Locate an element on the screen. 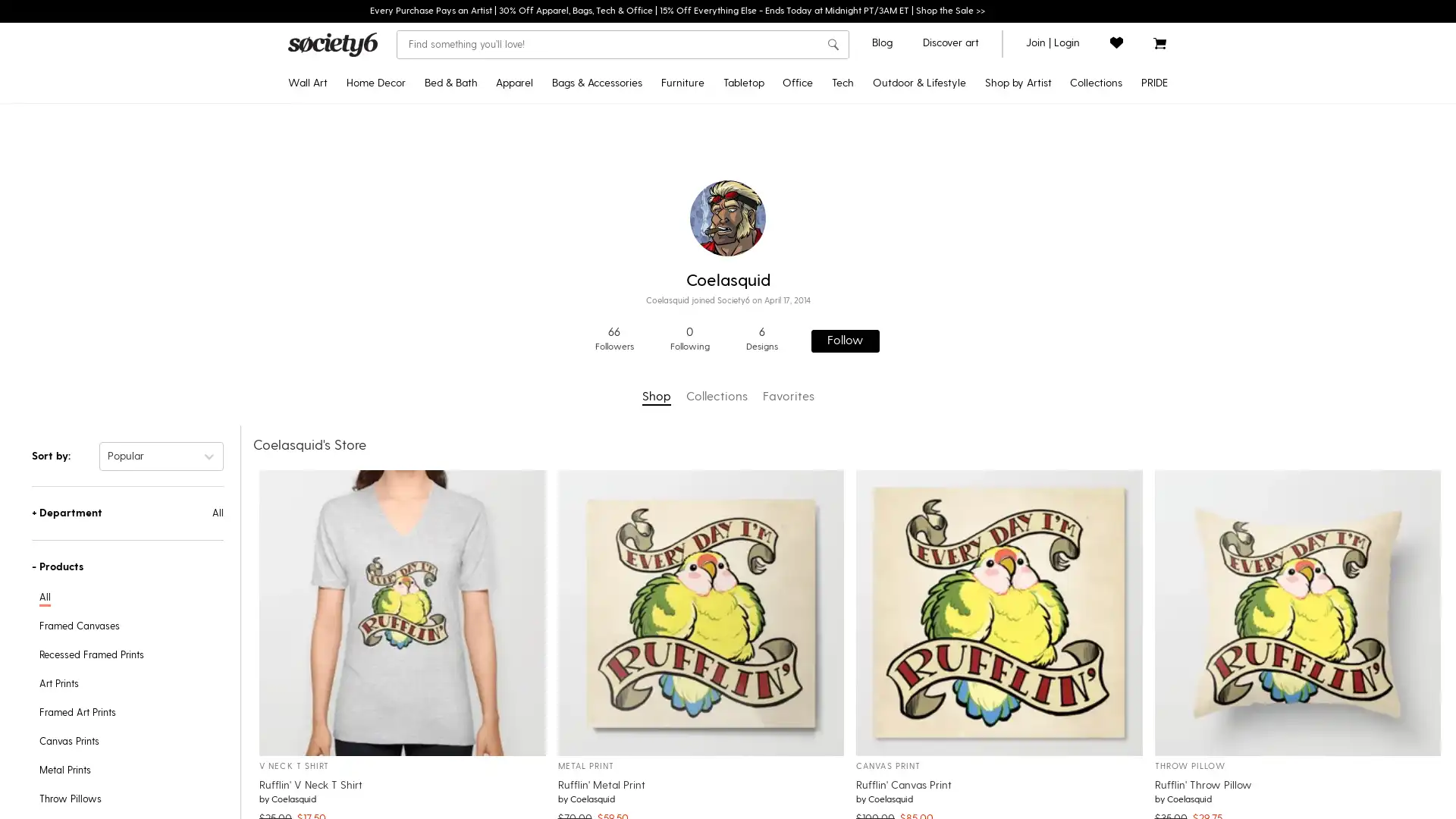 The height and width of the screenshot is (819, 1456). Blackout Curtains is located at coordinates (404, 243).